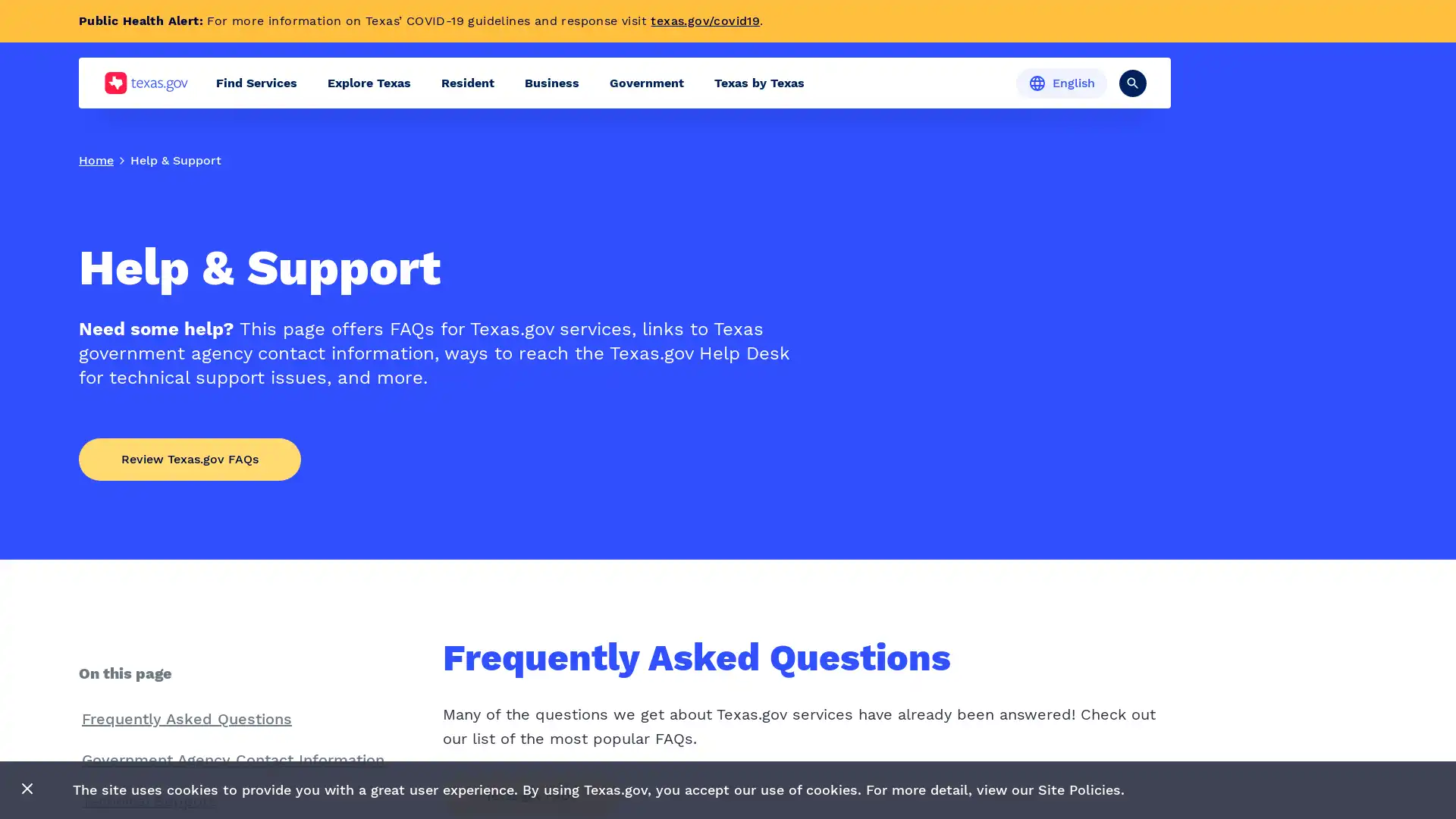  What do you see at coordinates (369, 83) in the screenshot?
I see `Explore Texas` at bounding box center [369, 83].